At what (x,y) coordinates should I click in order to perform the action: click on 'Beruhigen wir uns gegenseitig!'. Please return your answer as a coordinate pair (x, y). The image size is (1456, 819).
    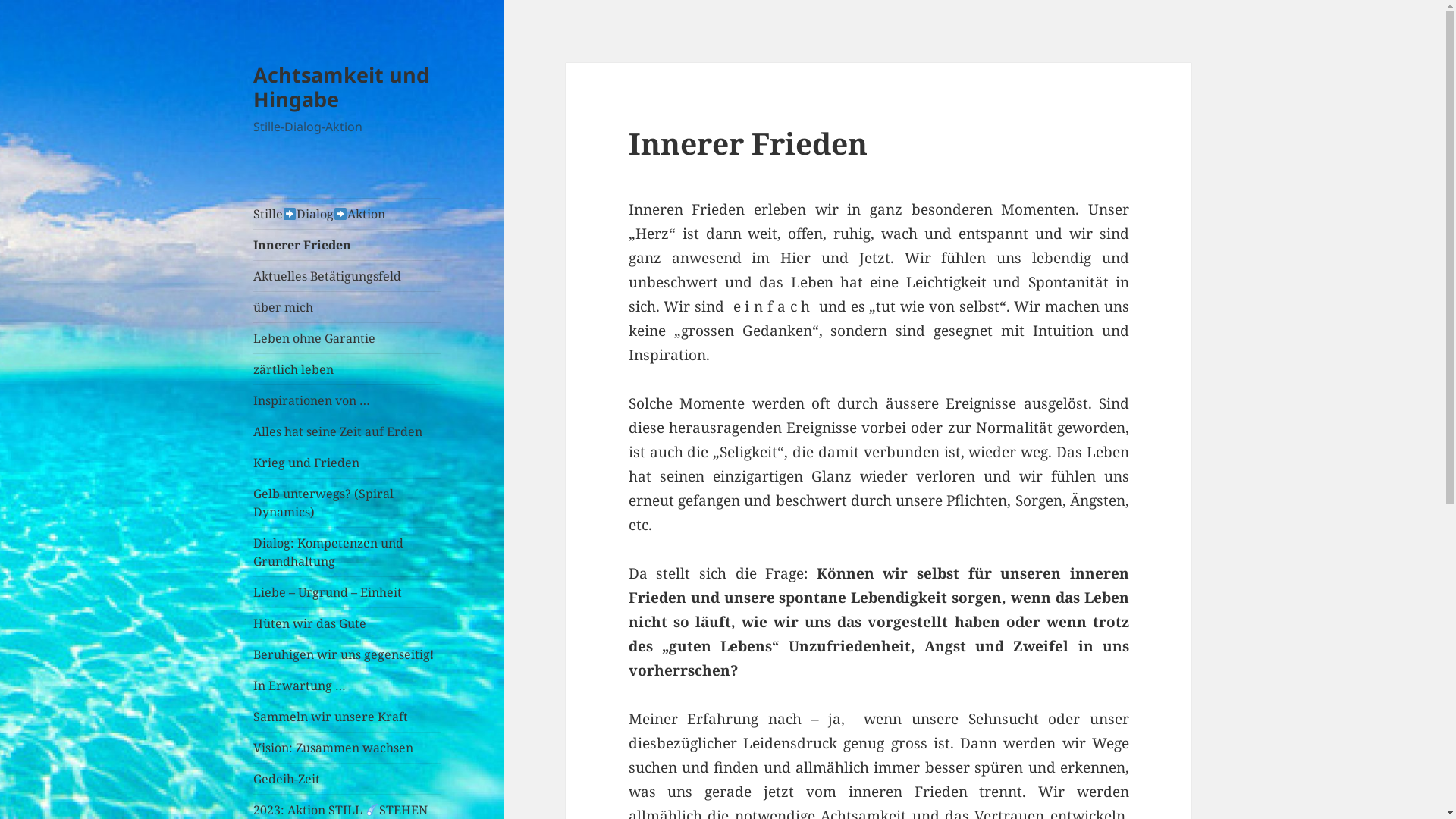
    Looking at the image, I should click on (346, 654).